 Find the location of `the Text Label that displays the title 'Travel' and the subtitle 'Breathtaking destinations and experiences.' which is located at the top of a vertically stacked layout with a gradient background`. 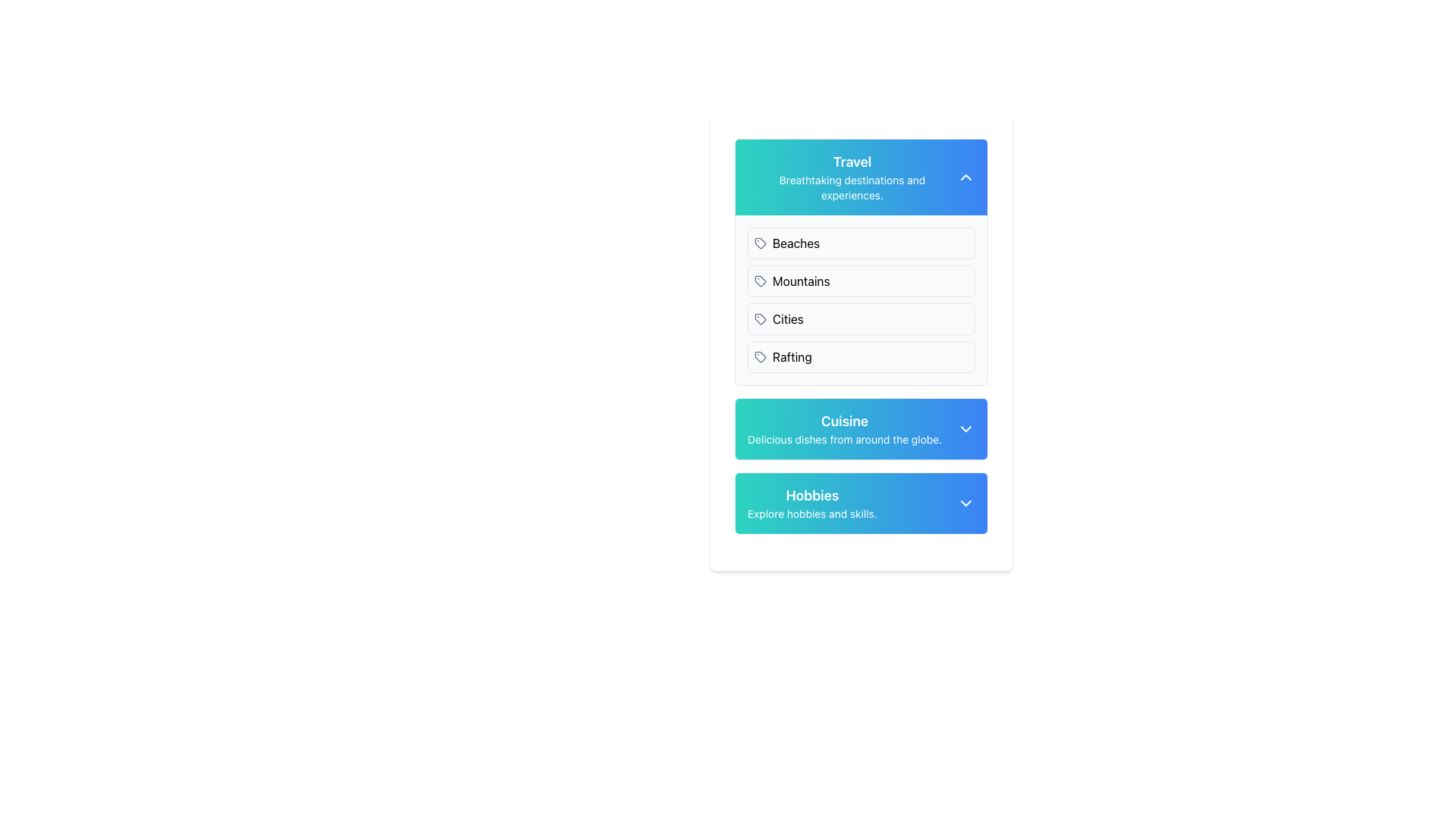

the Text Label that displays the title 'Travel' and the subtitle 'Breathtaking destinations and experiences.' which is located at the top of a vertically stacked layout with a gradient background is located at coordinates (852, 177).